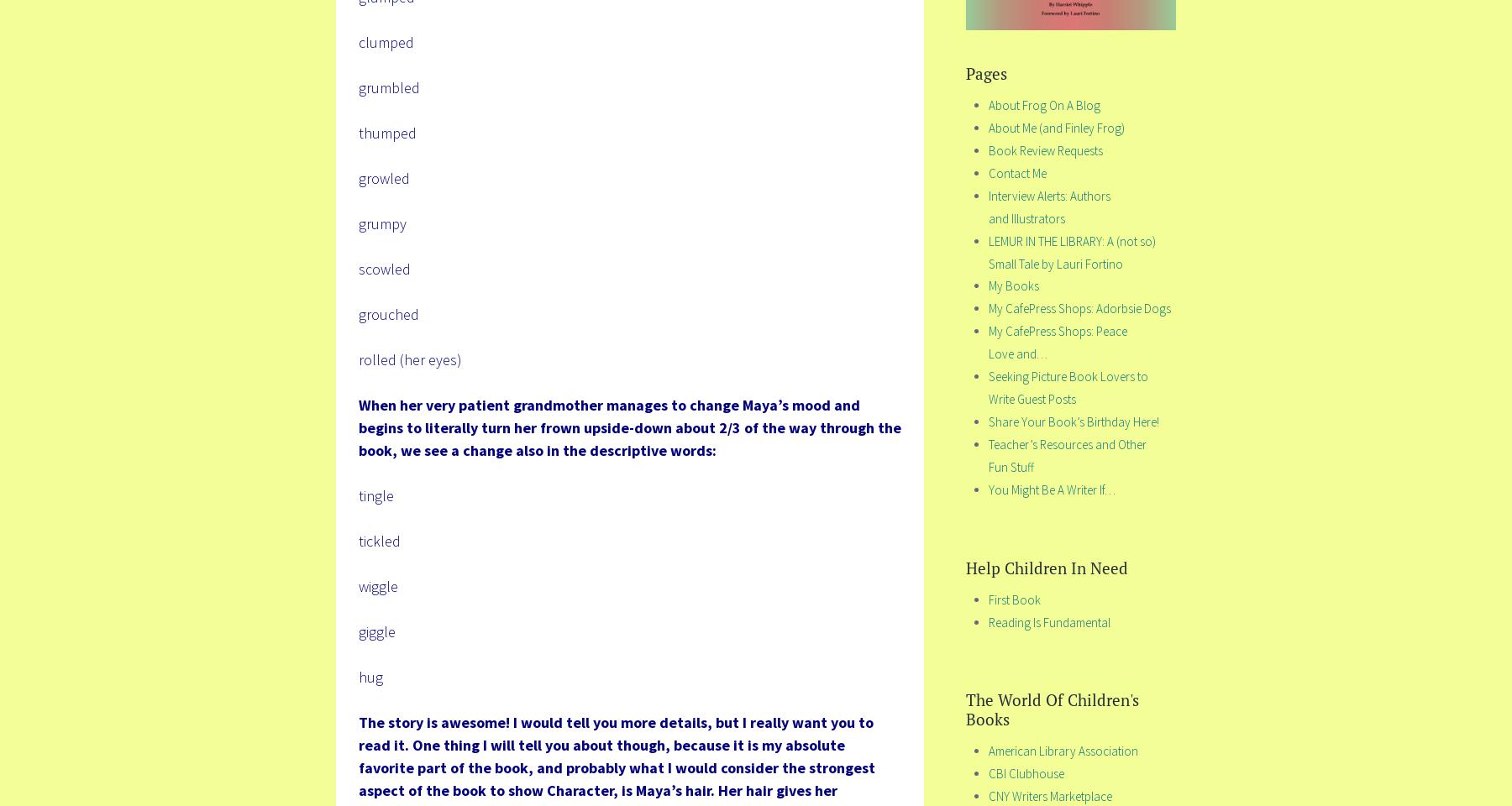  Describe the element at coordinates (381, 222) in the screenshot. I see `'grumpy'` at that location.